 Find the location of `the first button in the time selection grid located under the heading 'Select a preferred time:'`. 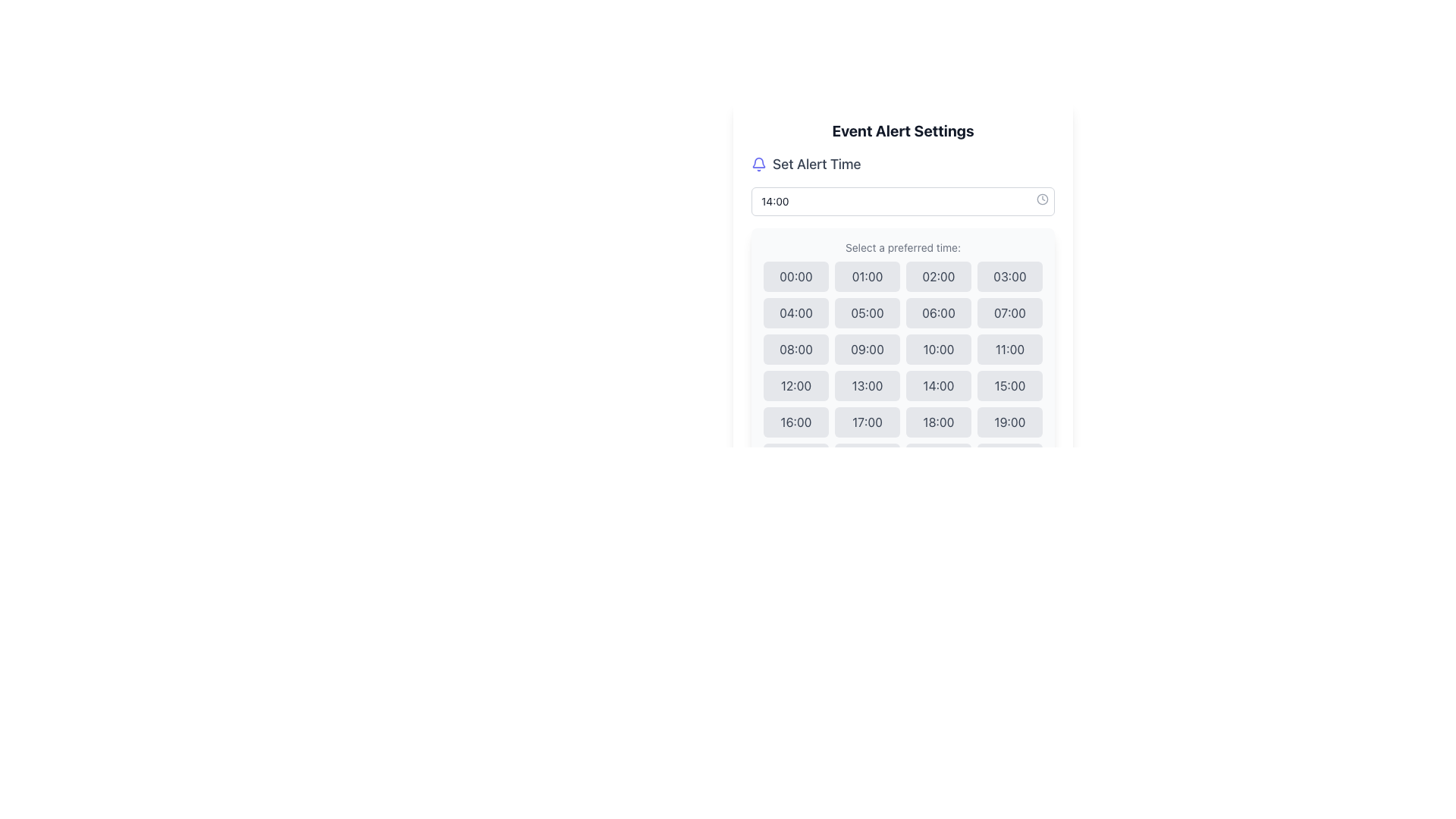

the first button in the time selection grid located under the heading 'Select a preferred time:' is located at coordinates (795, 277).